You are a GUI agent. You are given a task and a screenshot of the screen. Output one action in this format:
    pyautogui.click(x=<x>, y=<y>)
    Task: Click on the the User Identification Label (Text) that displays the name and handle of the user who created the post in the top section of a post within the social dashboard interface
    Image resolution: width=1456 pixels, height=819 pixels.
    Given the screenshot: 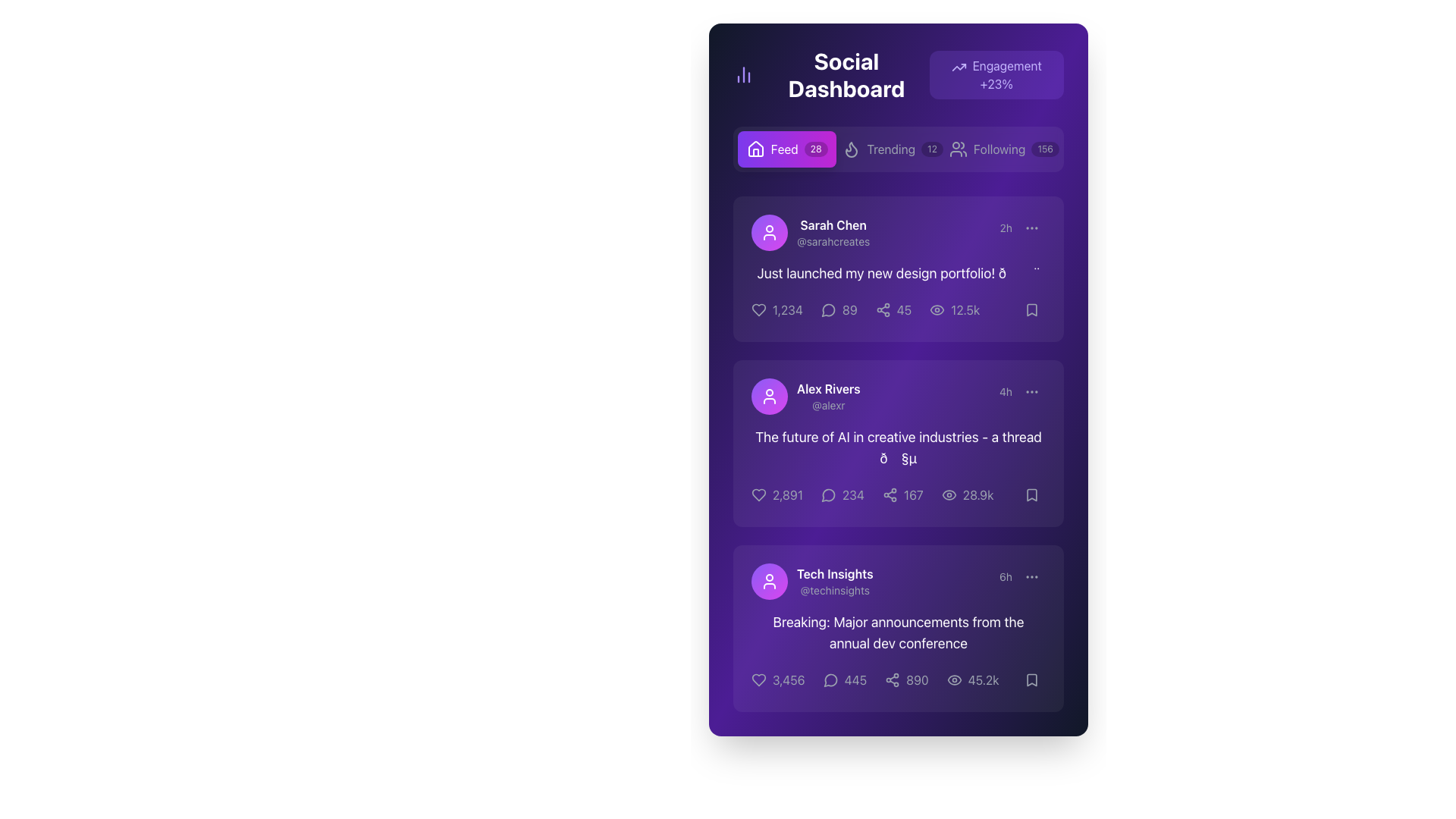 What is the action you would take?
    pyautogui.click(x=833, y=233)
    